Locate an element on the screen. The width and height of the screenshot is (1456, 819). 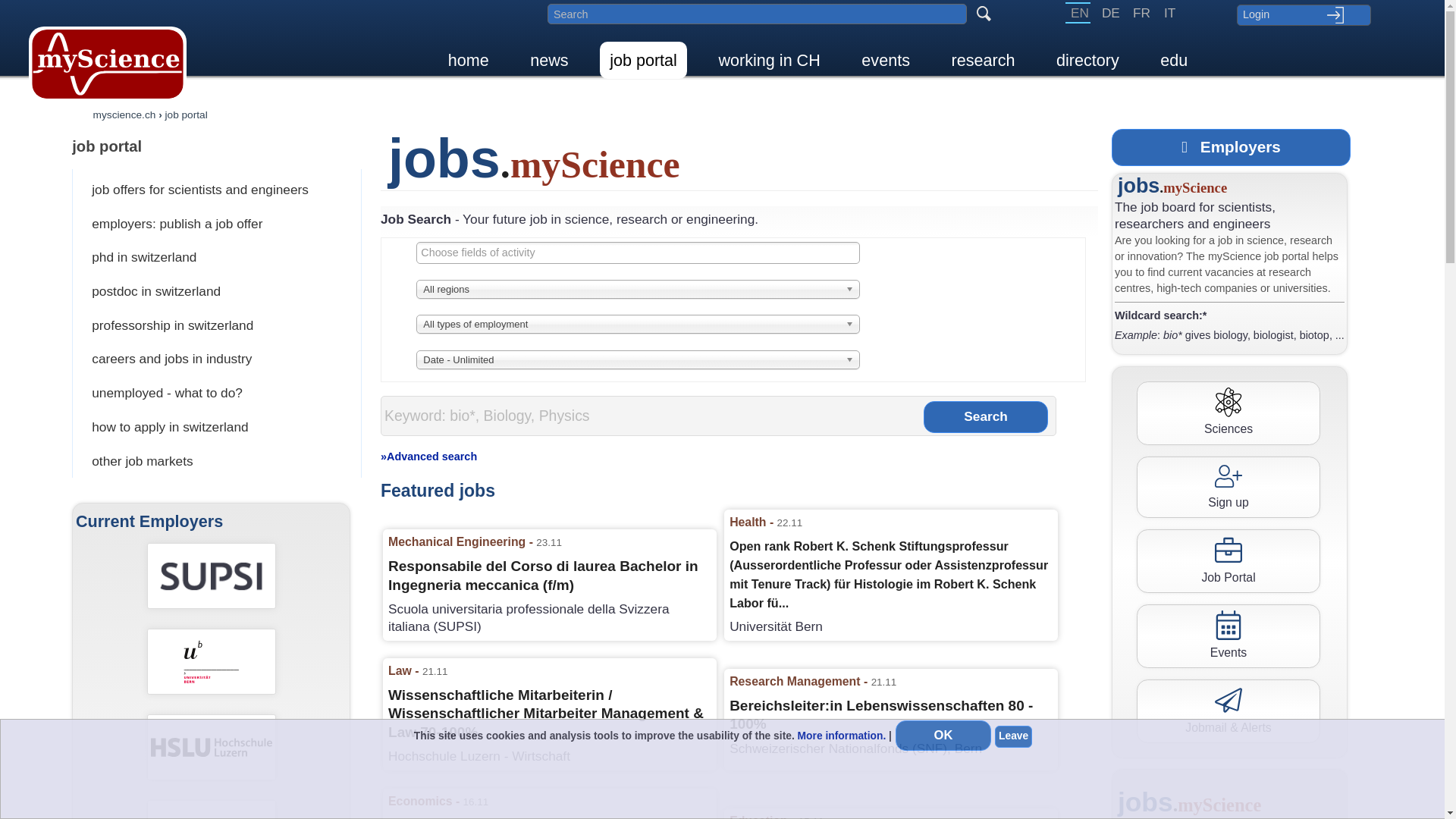
'More information.' is located at coordinates (796, 734).